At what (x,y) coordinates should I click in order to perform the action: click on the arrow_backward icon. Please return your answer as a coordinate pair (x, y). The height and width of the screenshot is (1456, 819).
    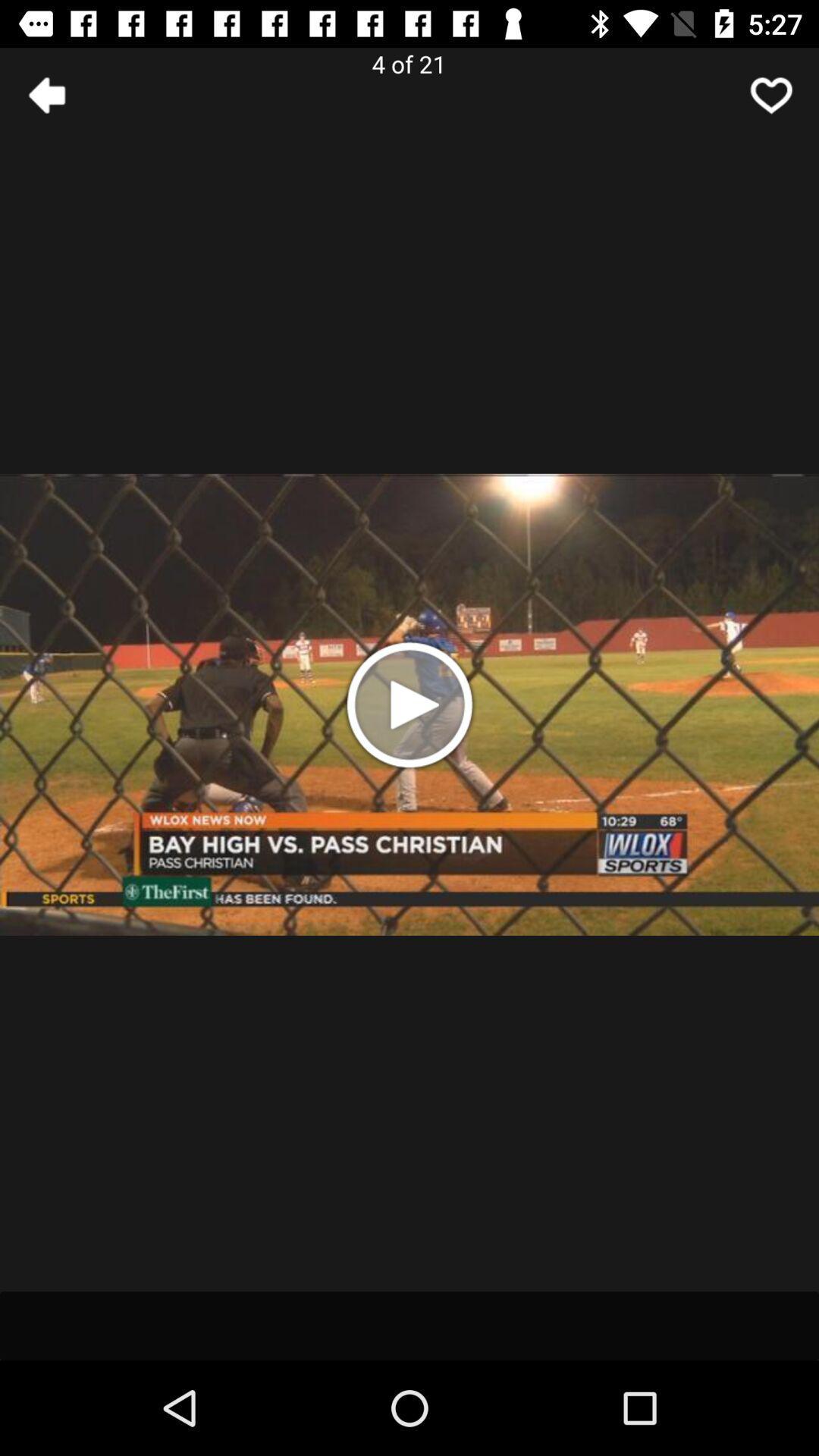
    Looking at the image, I should click on (46, 94).